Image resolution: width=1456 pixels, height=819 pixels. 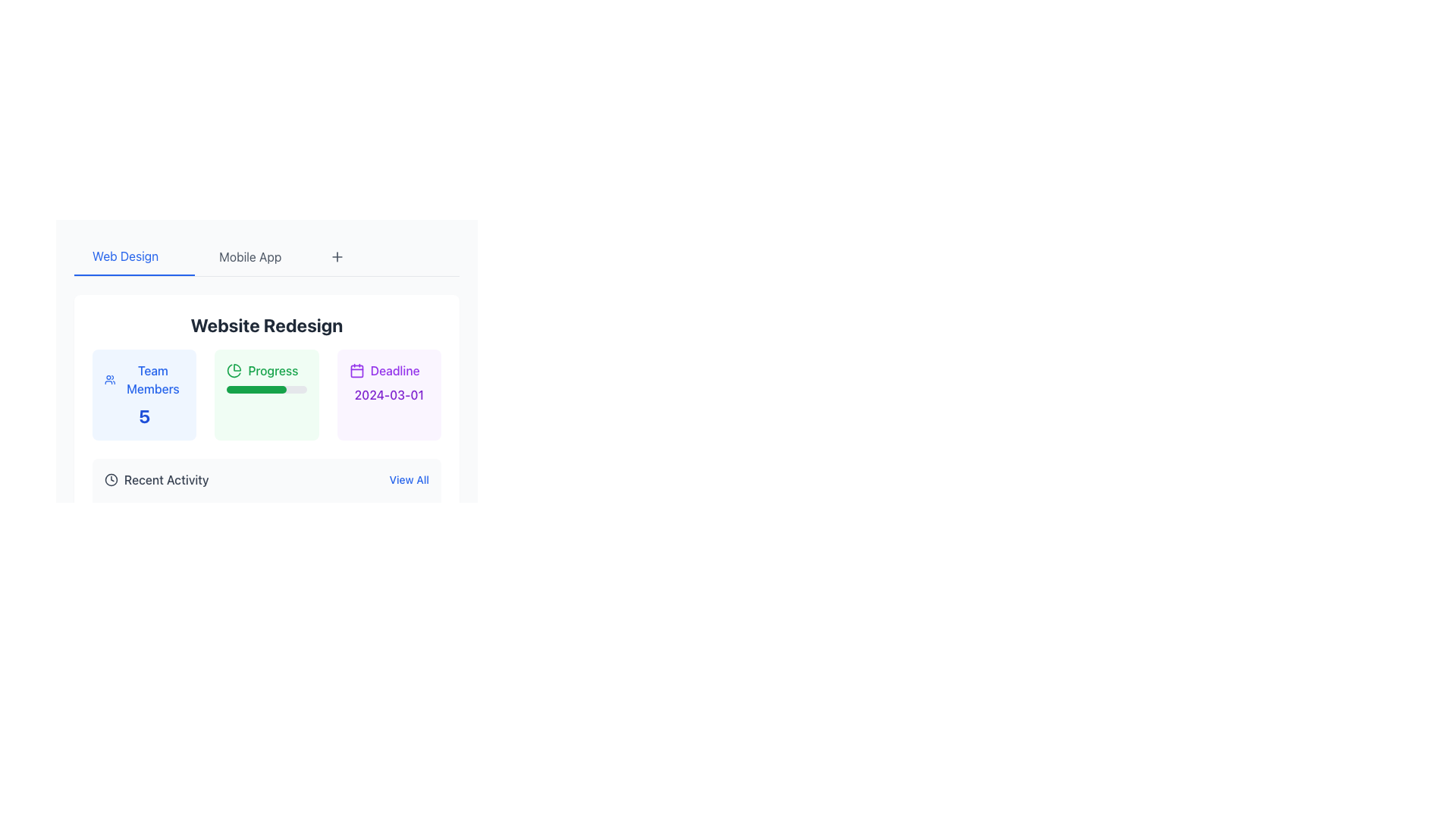 What do you see at coordinates (356, 371) in the screenshot?
I see `the SVG rectangle shape that is part of the calendar icon` at bounding box center [356, 371].